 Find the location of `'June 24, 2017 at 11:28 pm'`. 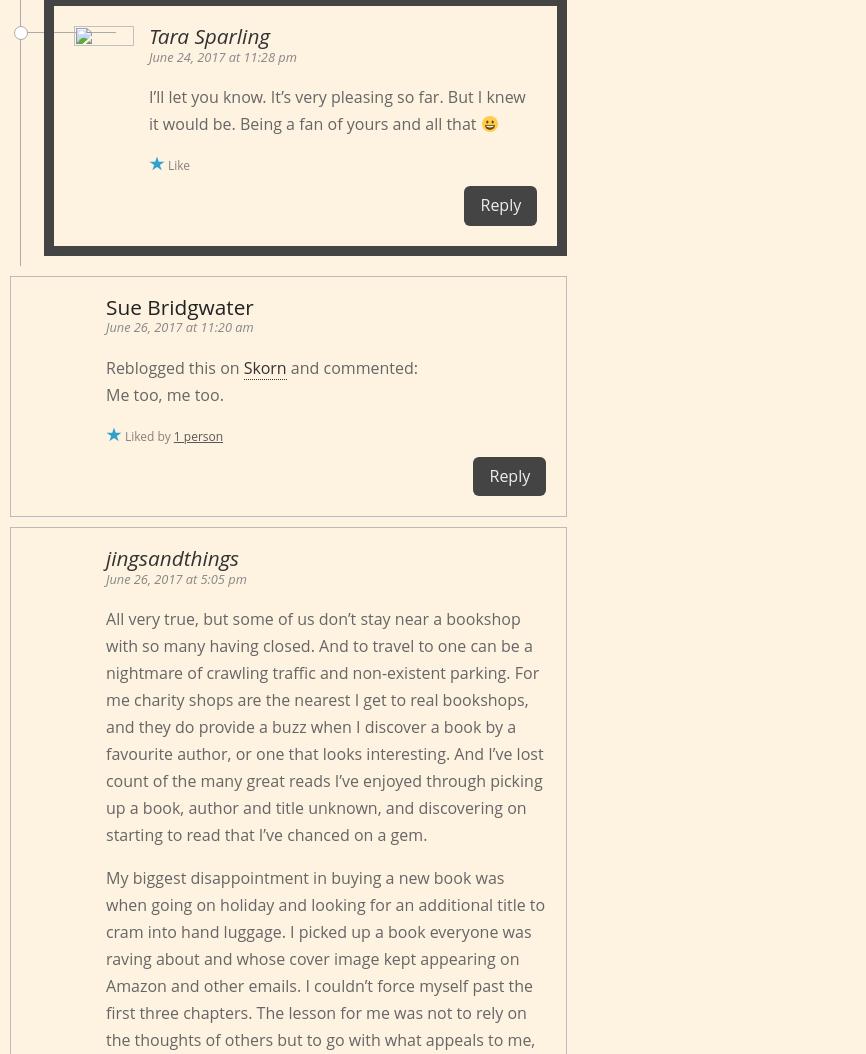

'June 24, 2017 at 11:28 pm' is located at coordinates (149, 54).